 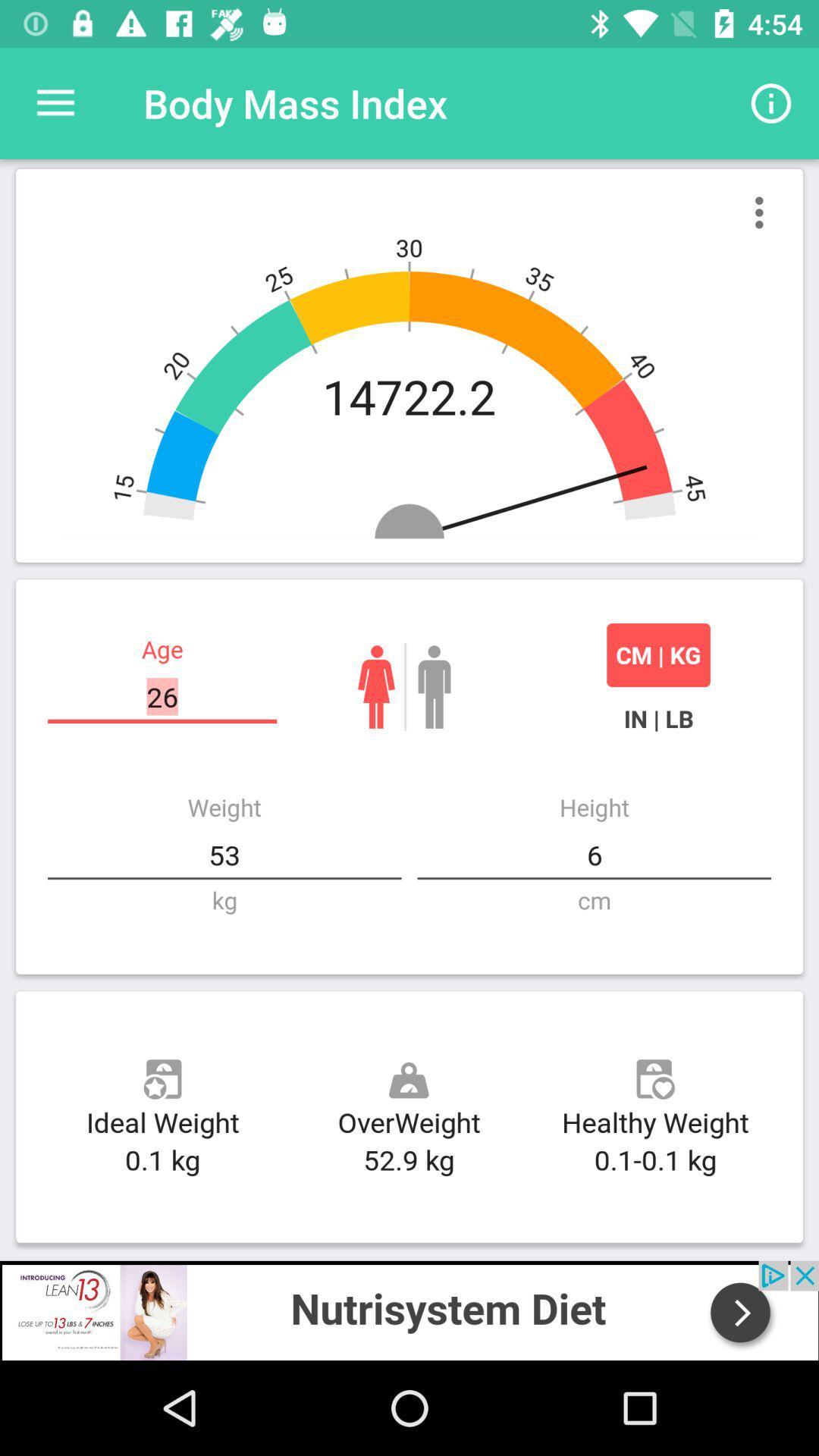 I want to click on advertisement for nutrisystem diet, so click(x=409, y=1310).